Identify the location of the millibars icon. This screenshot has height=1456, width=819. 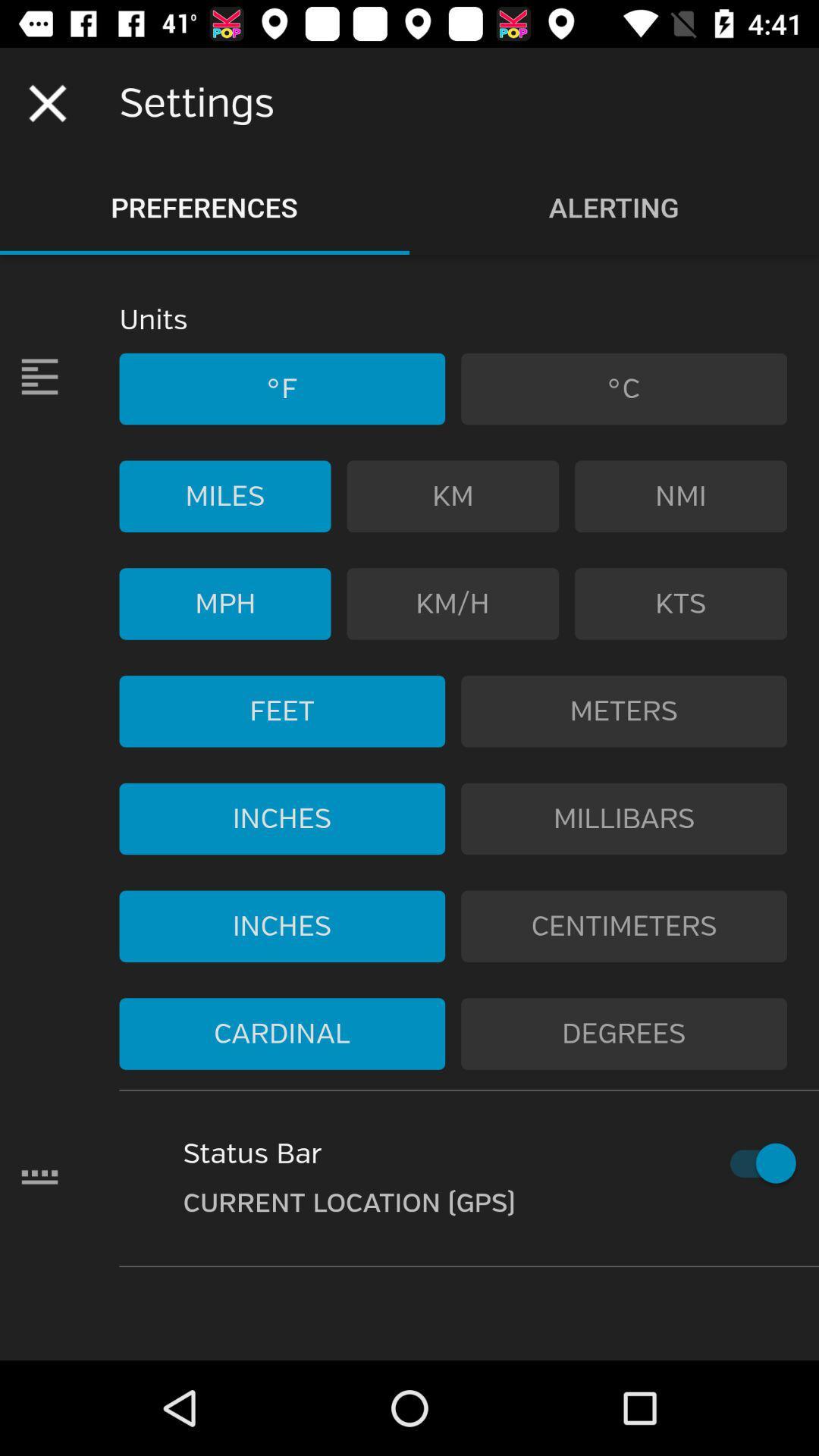
(624, 818).